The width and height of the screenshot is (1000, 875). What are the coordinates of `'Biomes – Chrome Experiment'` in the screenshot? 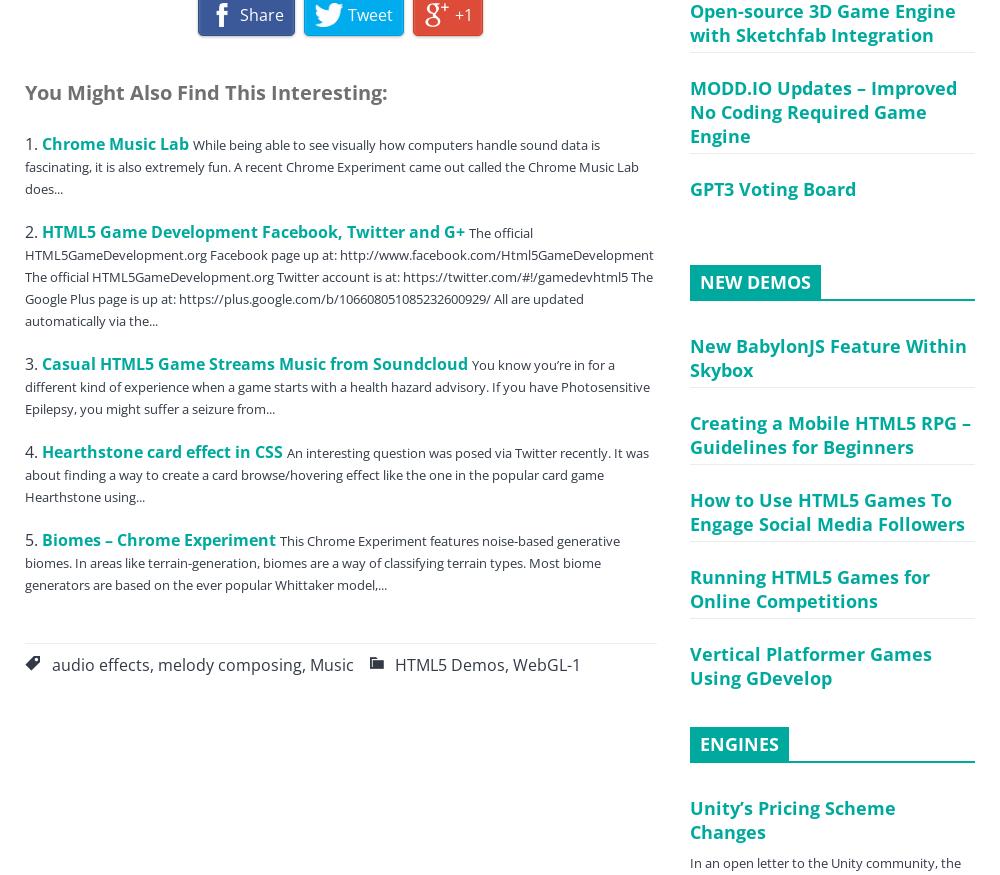 It's located at (161, 538).